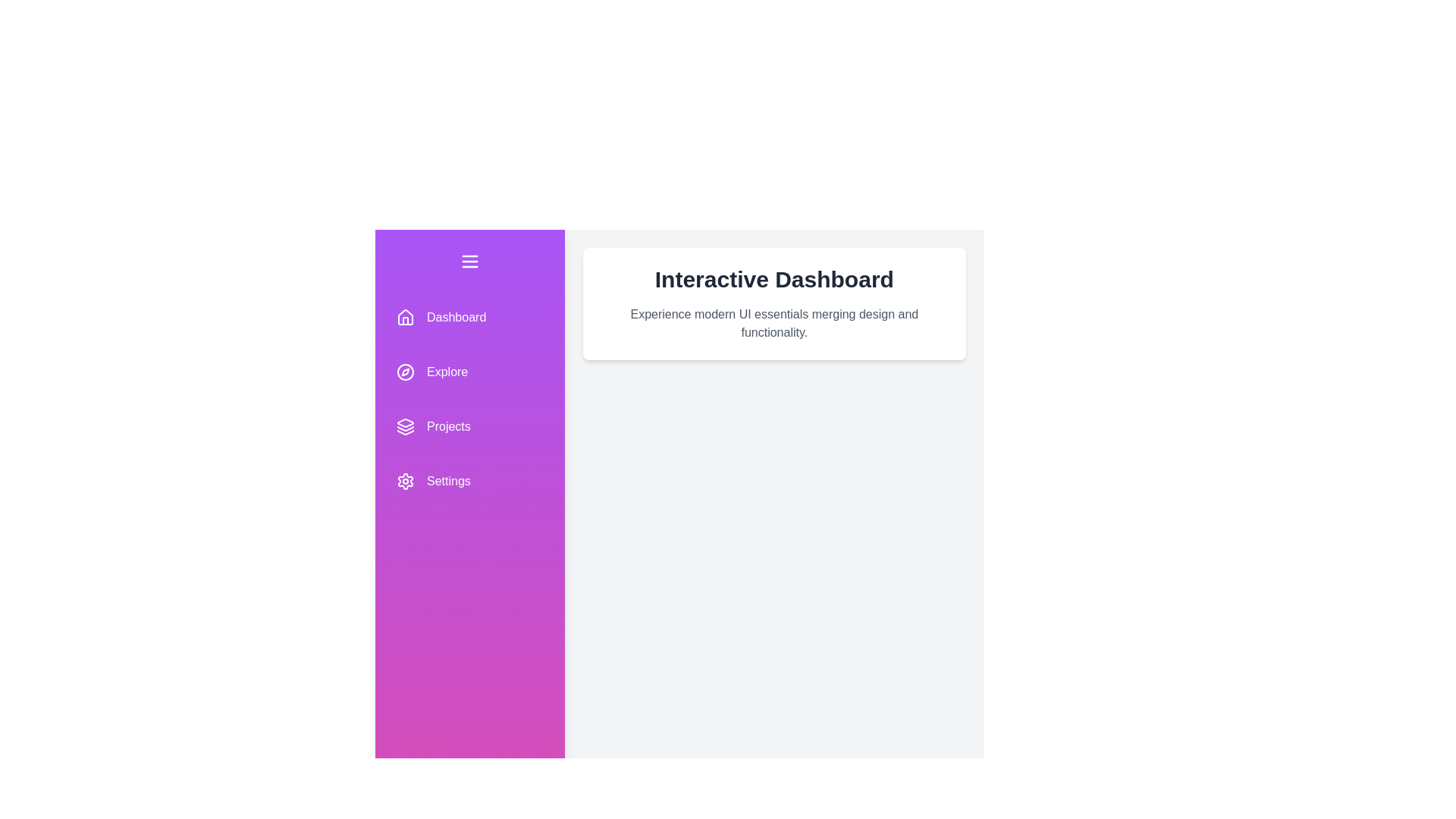 This screenshot has height=819, width=1456. Describe the element at coordinates (469, 260) in the screenshot. I see `the menu button to toggle the navigation drawer` at that location.